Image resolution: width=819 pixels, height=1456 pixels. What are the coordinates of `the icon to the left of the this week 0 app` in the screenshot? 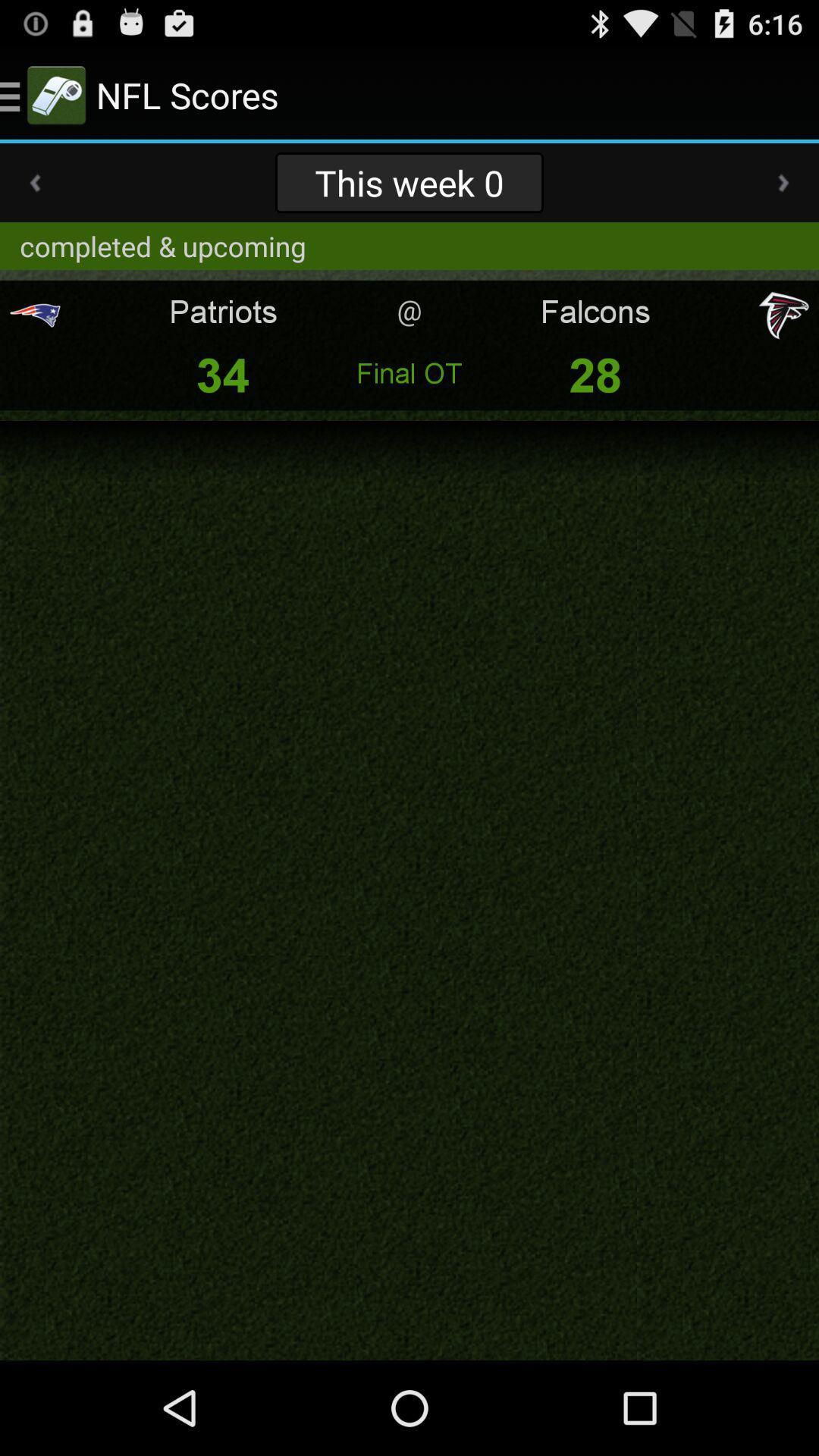 It's located at (34, 182).